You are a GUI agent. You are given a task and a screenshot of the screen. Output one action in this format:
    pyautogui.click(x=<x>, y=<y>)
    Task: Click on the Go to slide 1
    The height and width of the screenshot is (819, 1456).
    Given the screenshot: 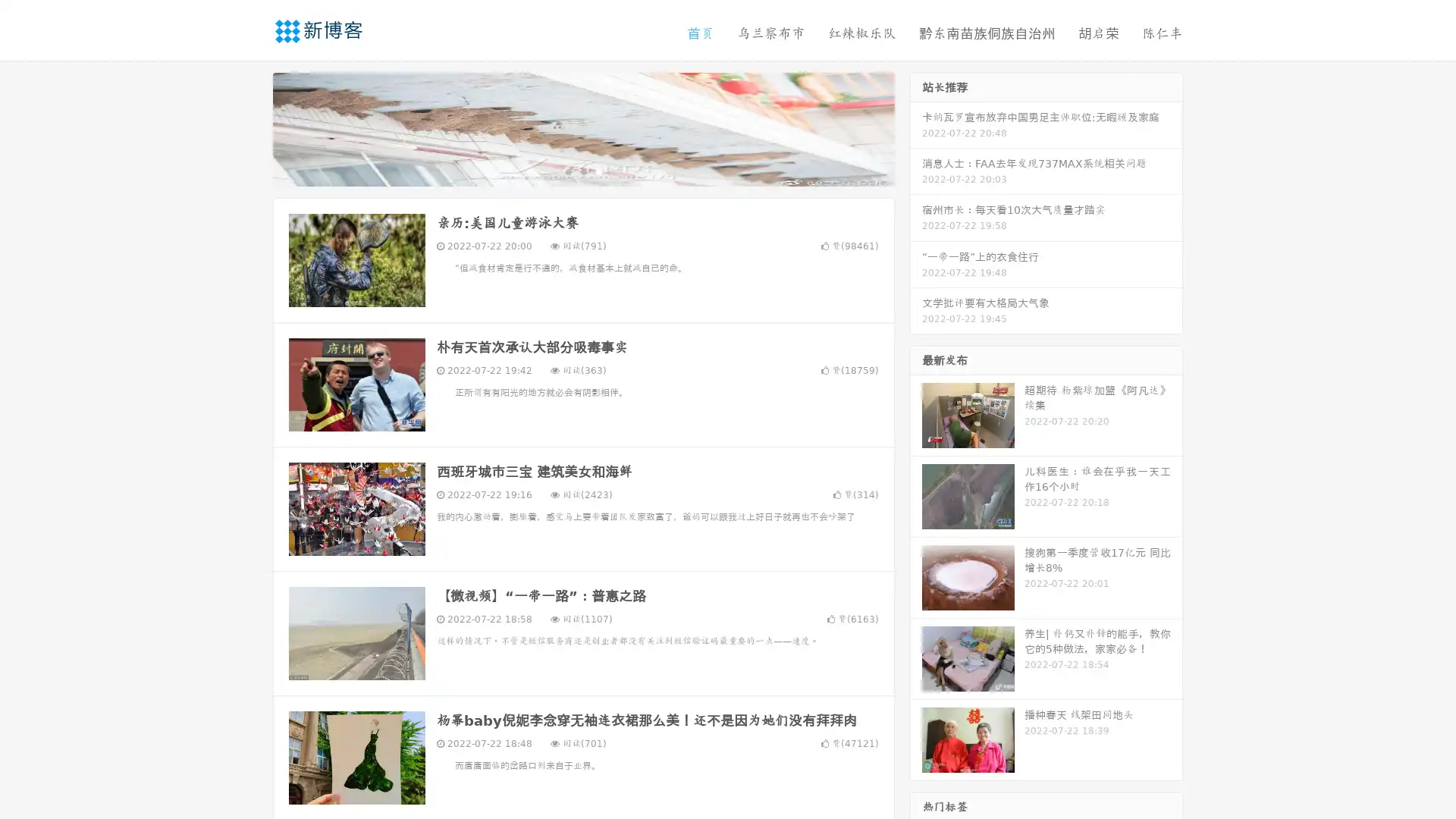 What is the action you would take?
    pyautogui.click(x=567, y=171)
    